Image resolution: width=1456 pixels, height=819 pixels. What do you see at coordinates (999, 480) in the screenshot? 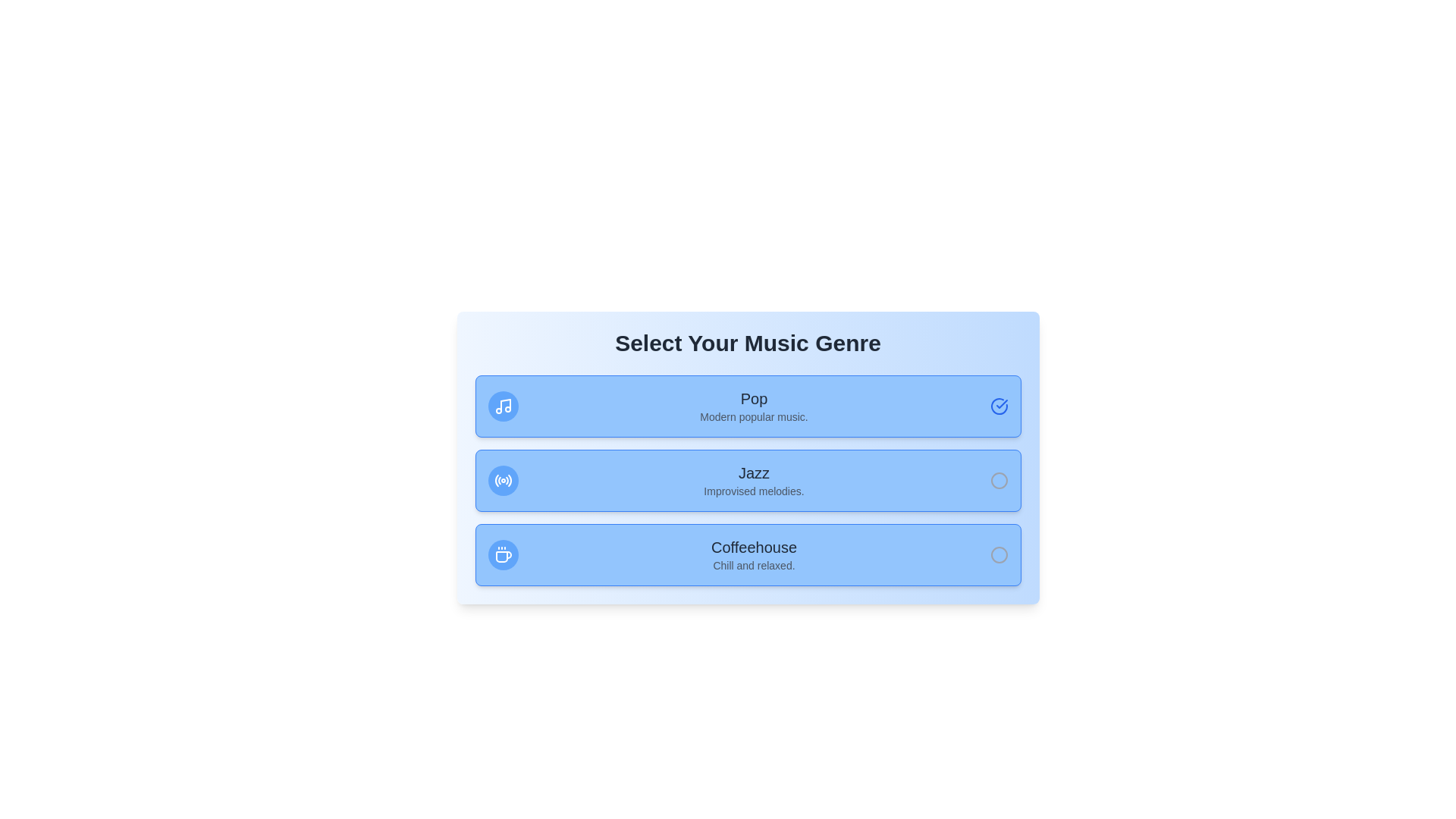
I see `the SVG Circle with a gray stroke located to the right of the 'Jazz' text block within the middle card labeled 'Jazz: Improvised melodies.'` at bounding box center [999, 480].